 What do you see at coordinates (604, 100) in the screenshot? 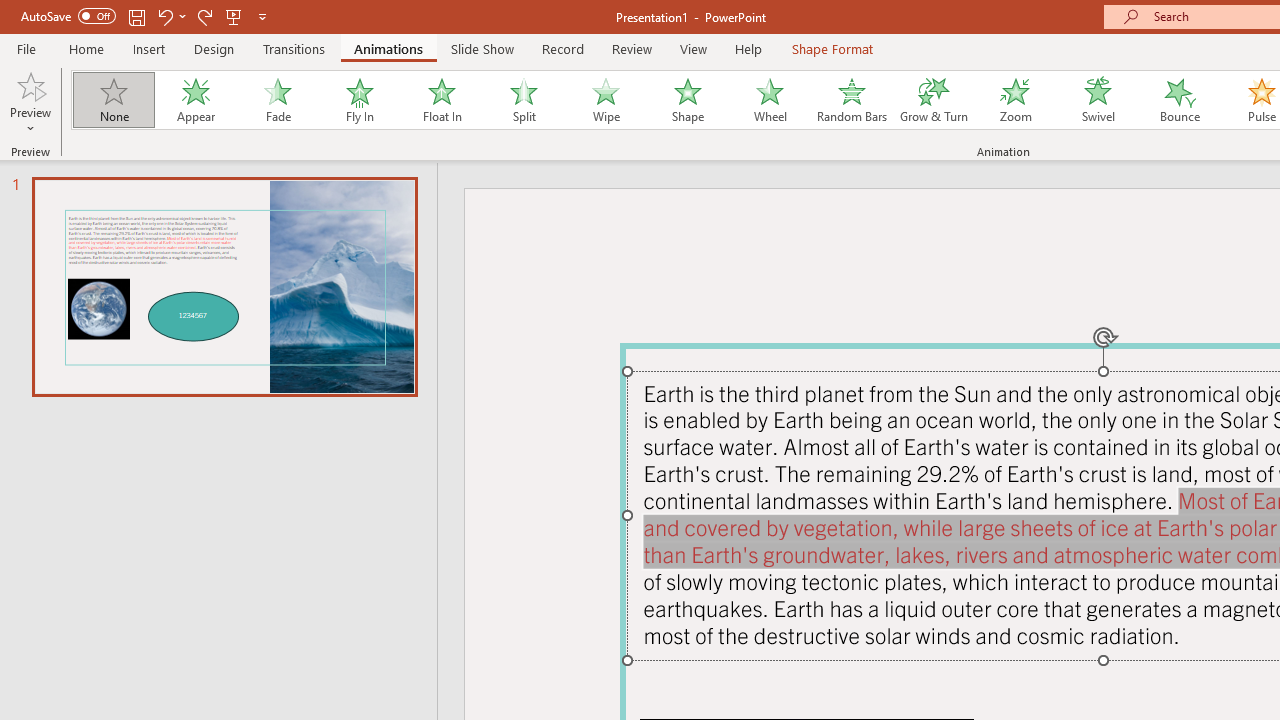
I see `'Wipe'` at bounding box center [604, 100].